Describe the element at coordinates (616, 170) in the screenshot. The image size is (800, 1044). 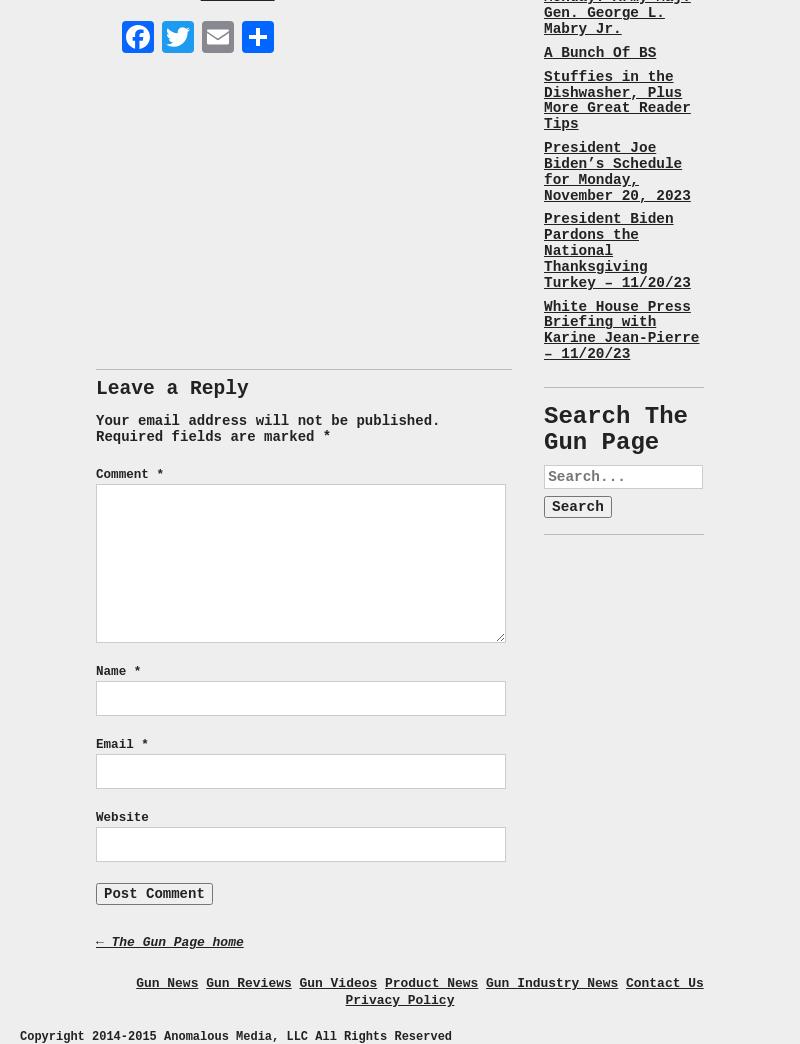
I see `'President Joe Biden’s Schedule for Monday, November 20, 2023'` at that location.